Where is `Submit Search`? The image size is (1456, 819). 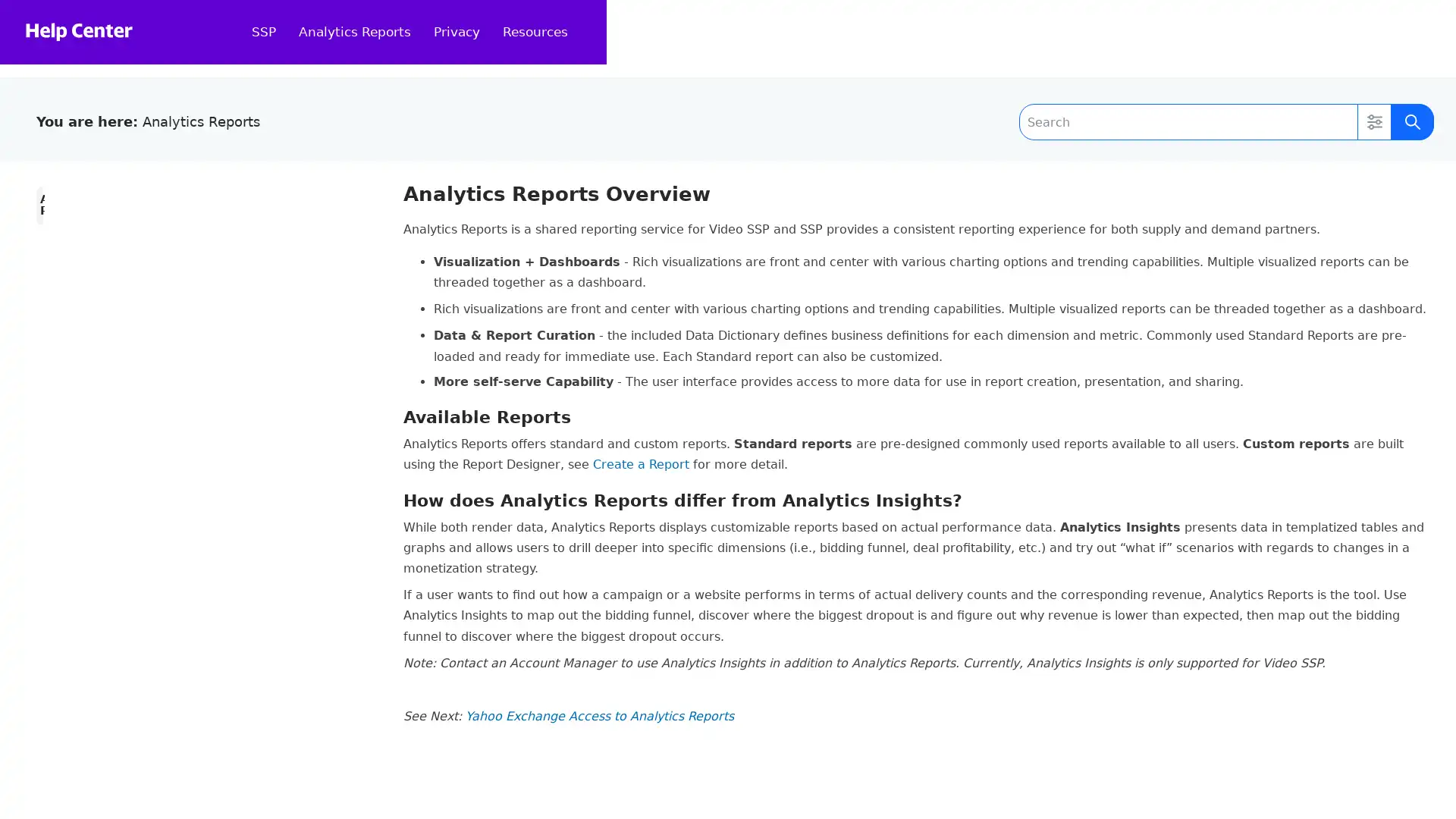 Submit Search is located at coordinates (1411, 108).